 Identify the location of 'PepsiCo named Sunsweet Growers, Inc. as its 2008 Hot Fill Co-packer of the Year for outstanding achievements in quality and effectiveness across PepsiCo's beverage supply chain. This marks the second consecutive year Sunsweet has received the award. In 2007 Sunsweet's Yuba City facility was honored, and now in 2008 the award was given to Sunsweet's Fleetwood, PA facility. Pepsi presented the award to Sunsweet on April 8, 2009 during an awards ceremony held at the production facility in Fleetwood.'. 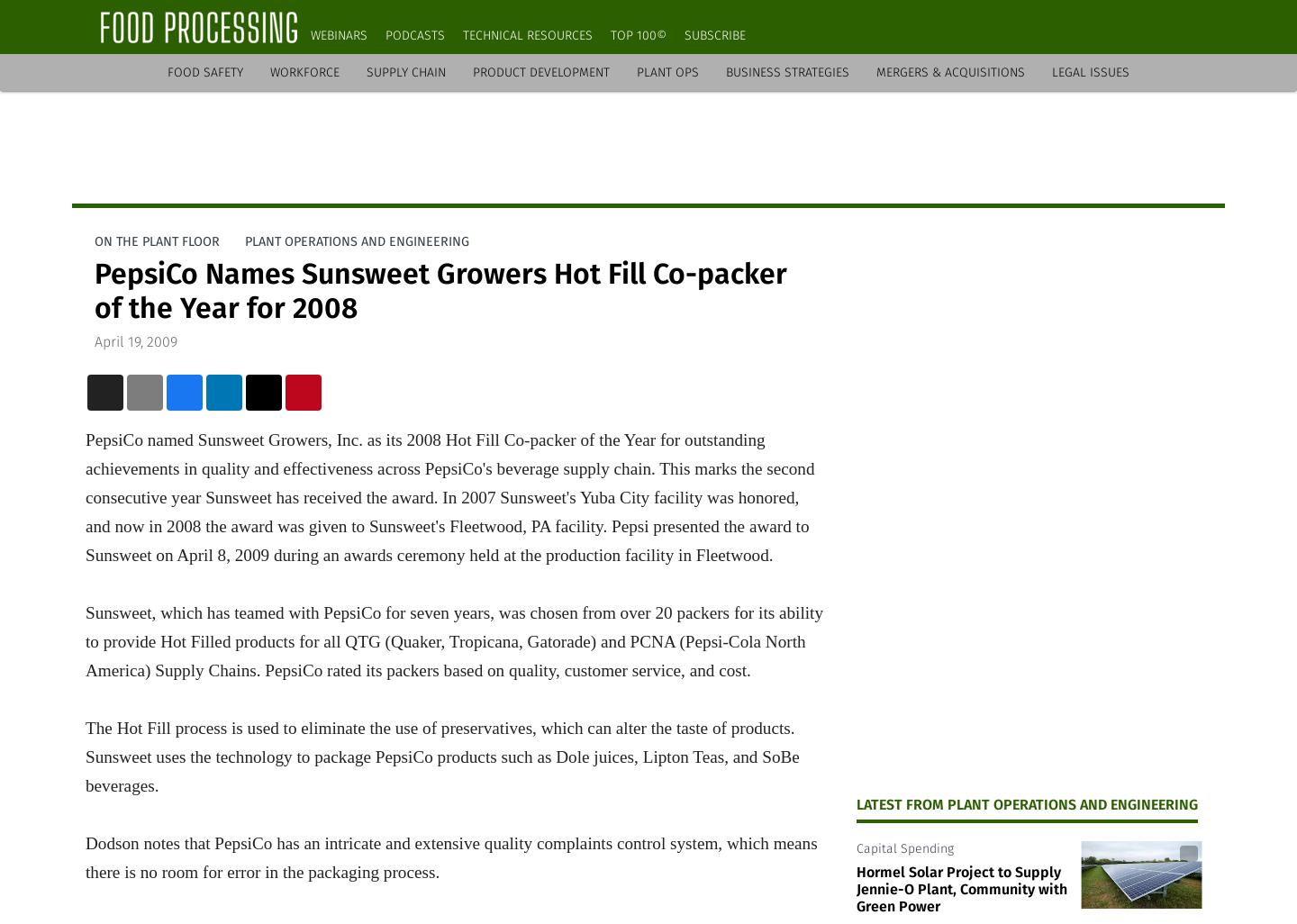
(449, 496).